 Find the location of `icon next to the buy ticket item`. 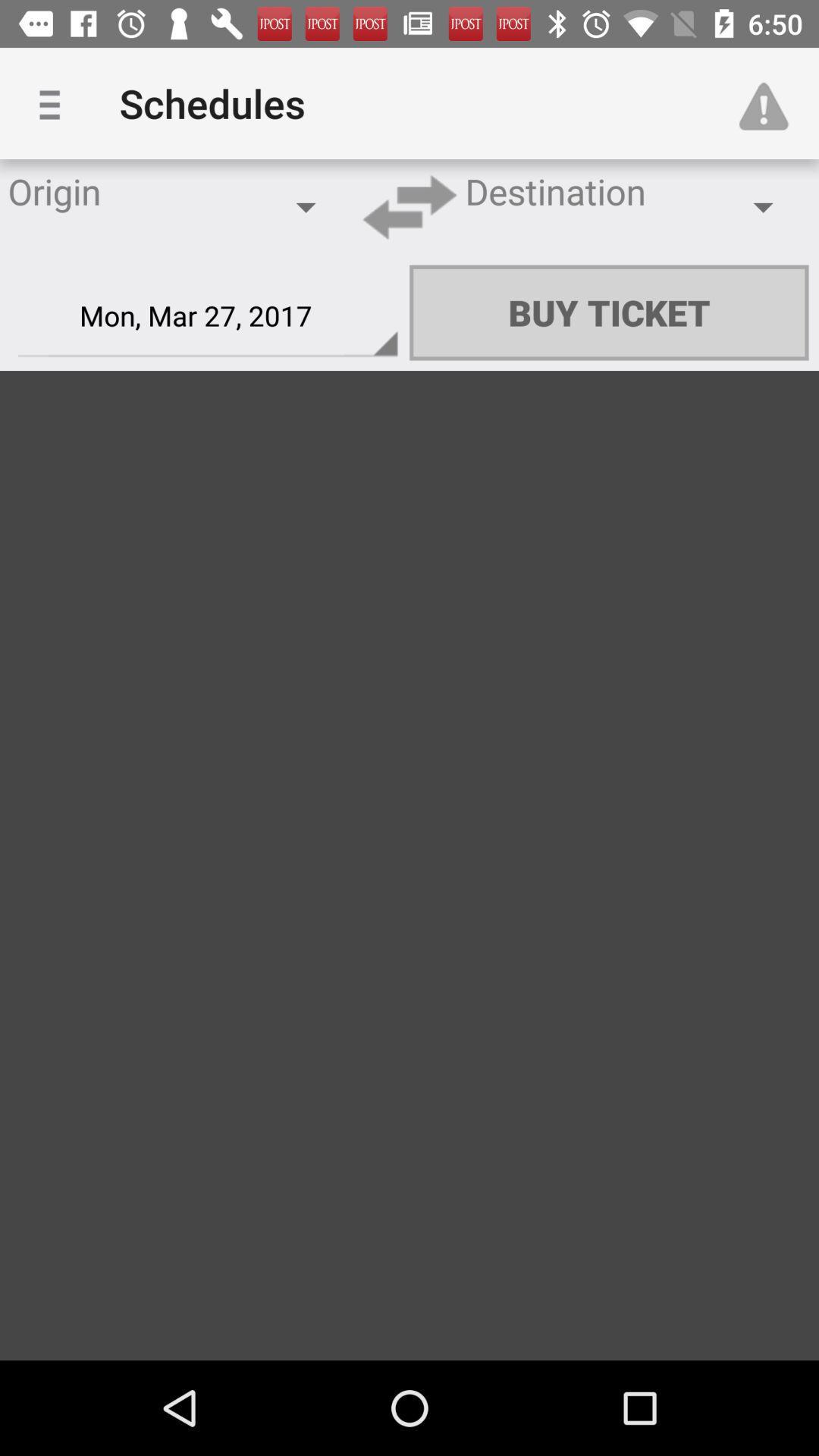

icon next to the buy ticket item is located at coordinates (208, 315).